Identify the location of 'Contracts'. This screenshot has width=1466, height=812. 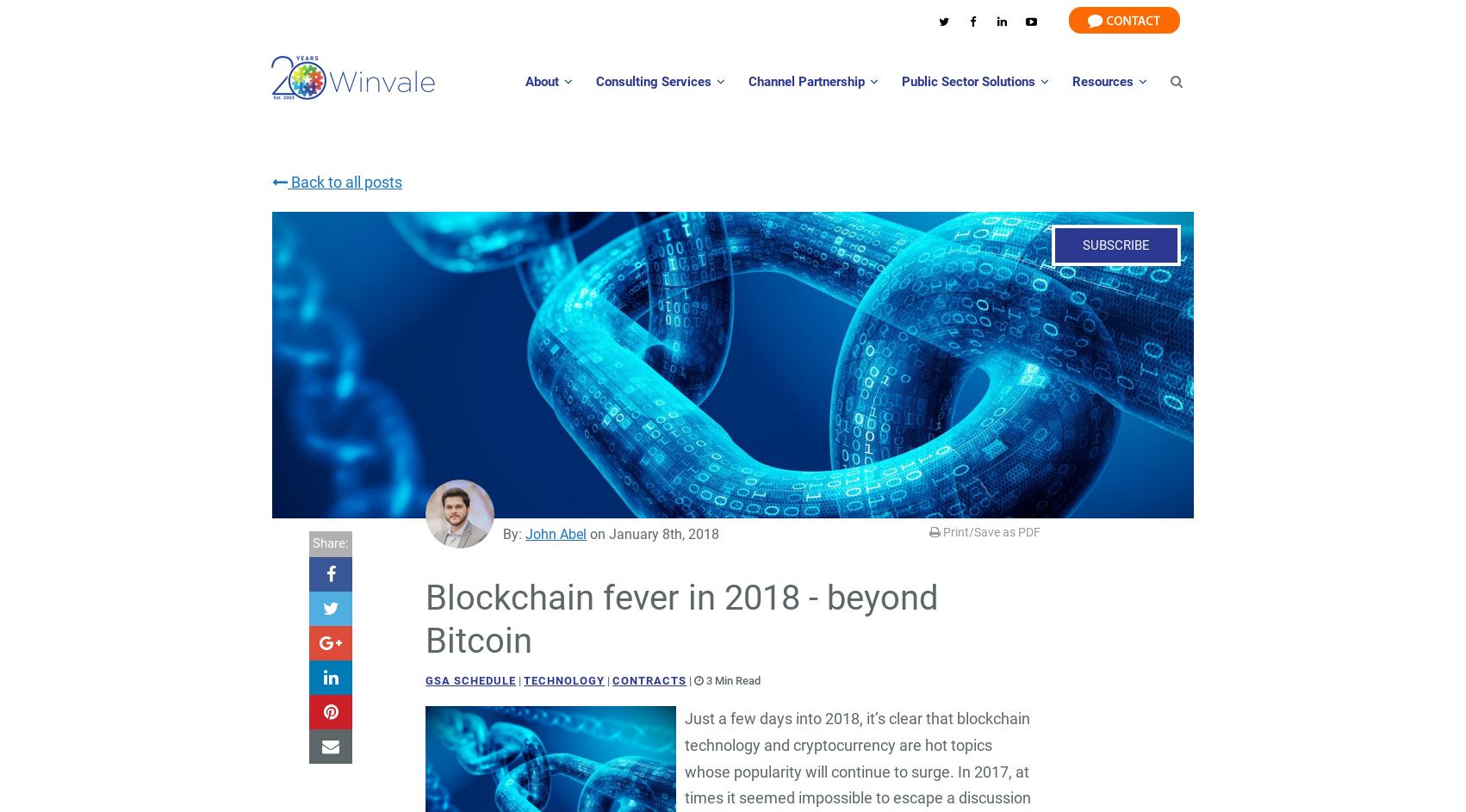
(611, 679).